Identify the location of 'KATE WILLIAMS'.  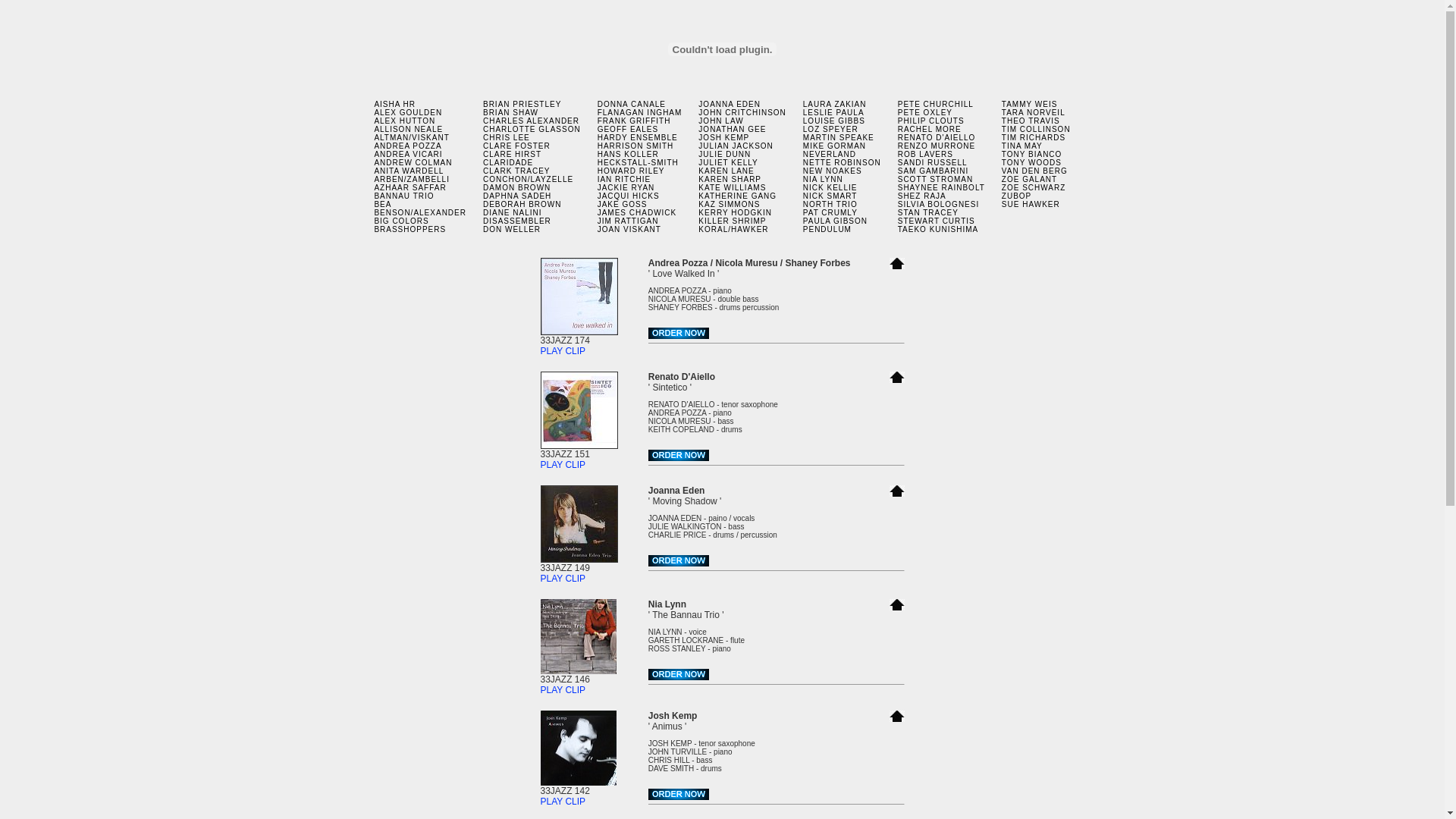
(732, 187).